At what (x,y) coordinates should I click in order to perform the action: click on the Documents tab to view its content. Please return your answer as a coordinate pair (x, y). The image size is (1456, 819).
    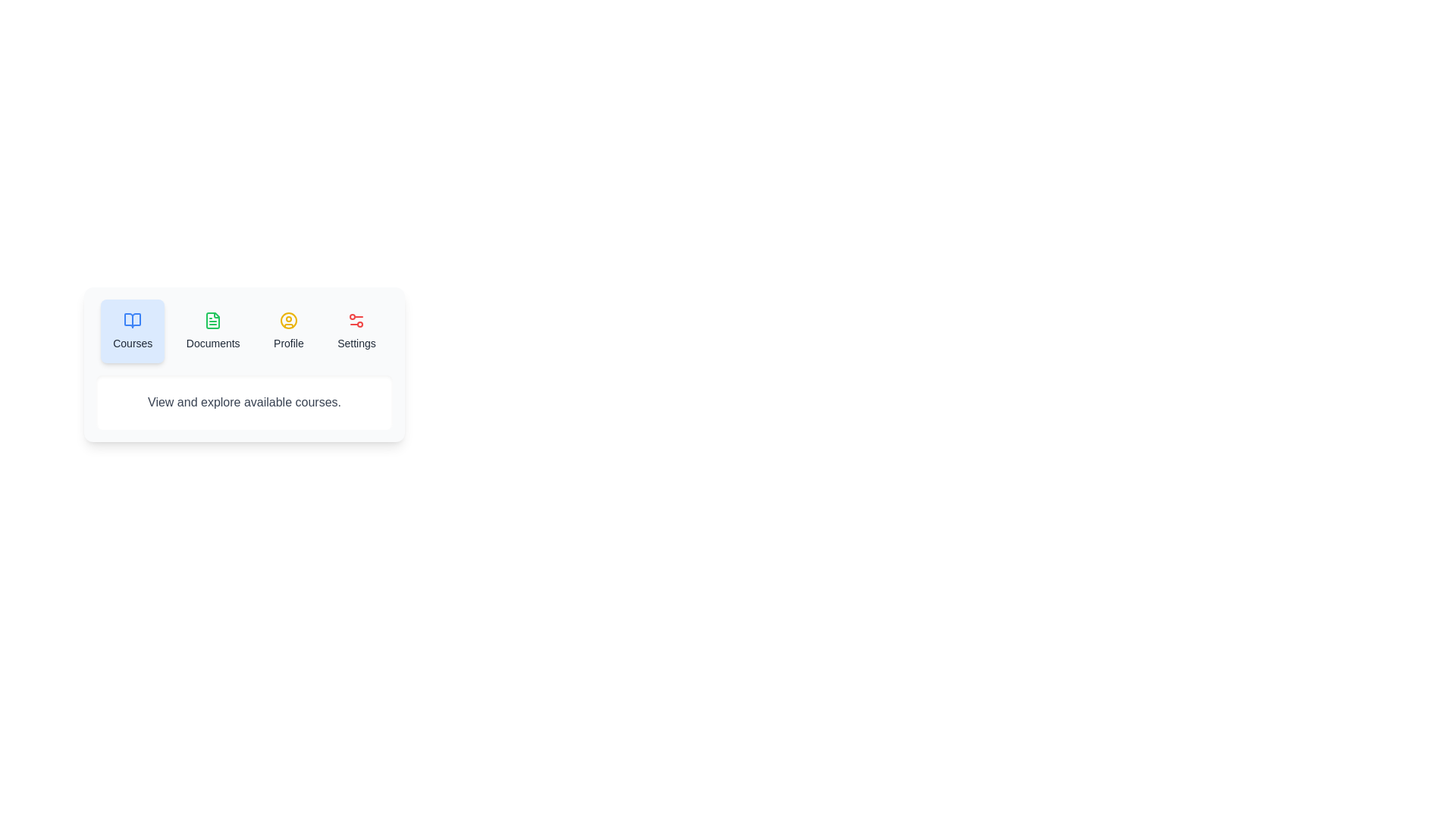
    Looking at the image, I should click on (212, 330).